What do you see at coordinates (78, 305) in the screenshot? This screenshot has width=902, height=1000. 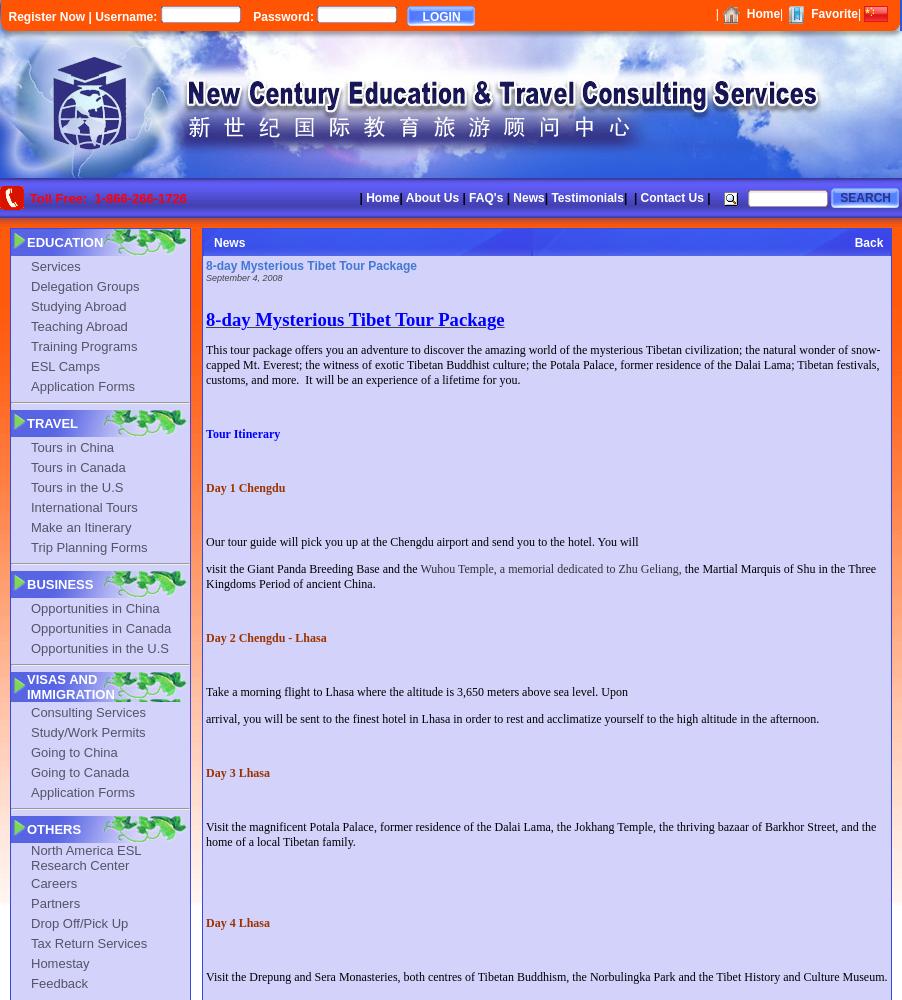 I see `'Studying Abroad'` at bounding box center [78, 305].